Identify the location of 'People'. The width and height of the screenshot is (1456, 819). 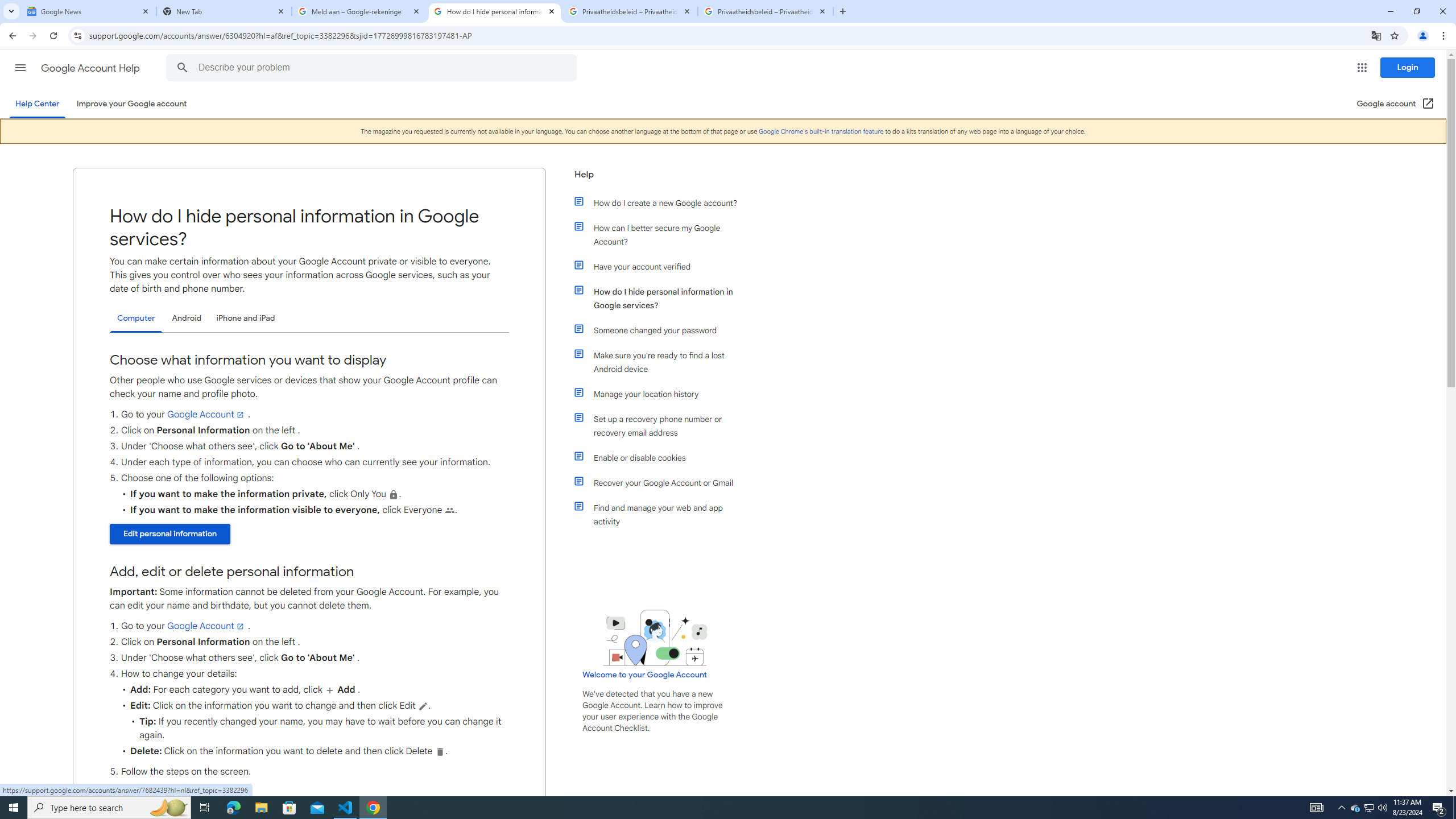
(448, 510).